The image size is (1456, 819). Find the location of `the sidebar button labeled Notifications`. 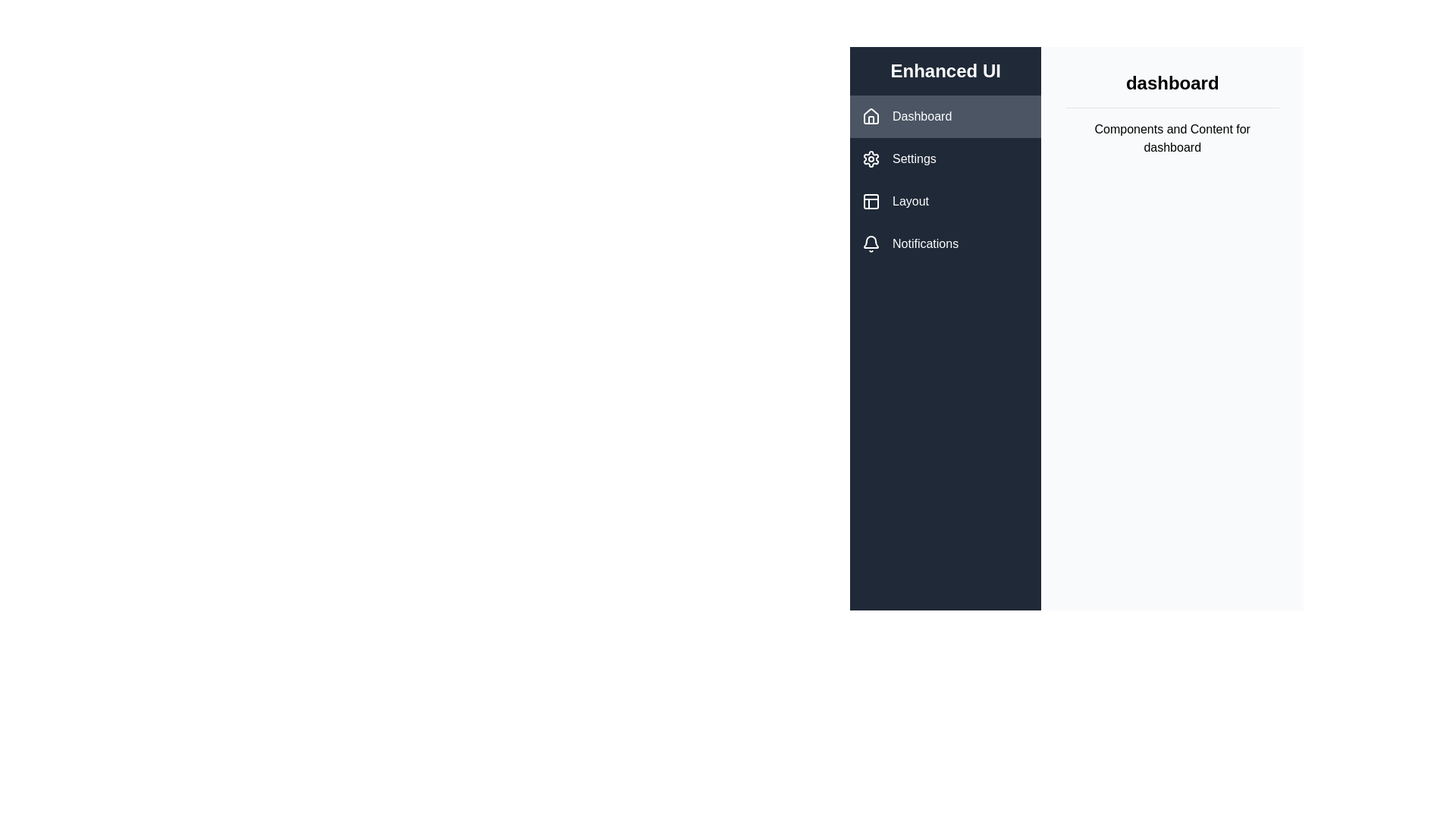

the sidebar button labeled Notifications is located at coordinates (945, 243).